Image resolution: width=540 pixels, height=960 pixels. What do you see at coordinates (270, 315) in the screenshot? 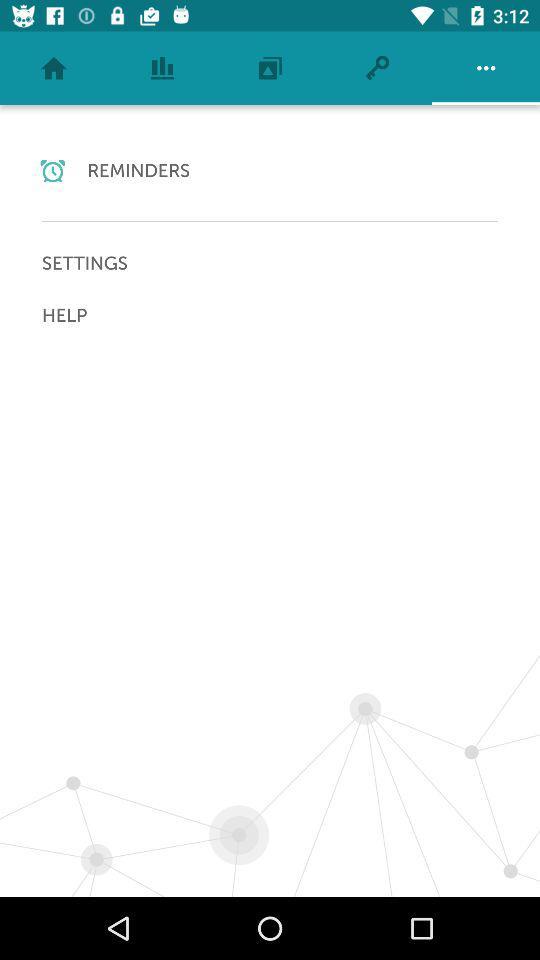
I see `the item below the settings` at bounding box center [270, 315].